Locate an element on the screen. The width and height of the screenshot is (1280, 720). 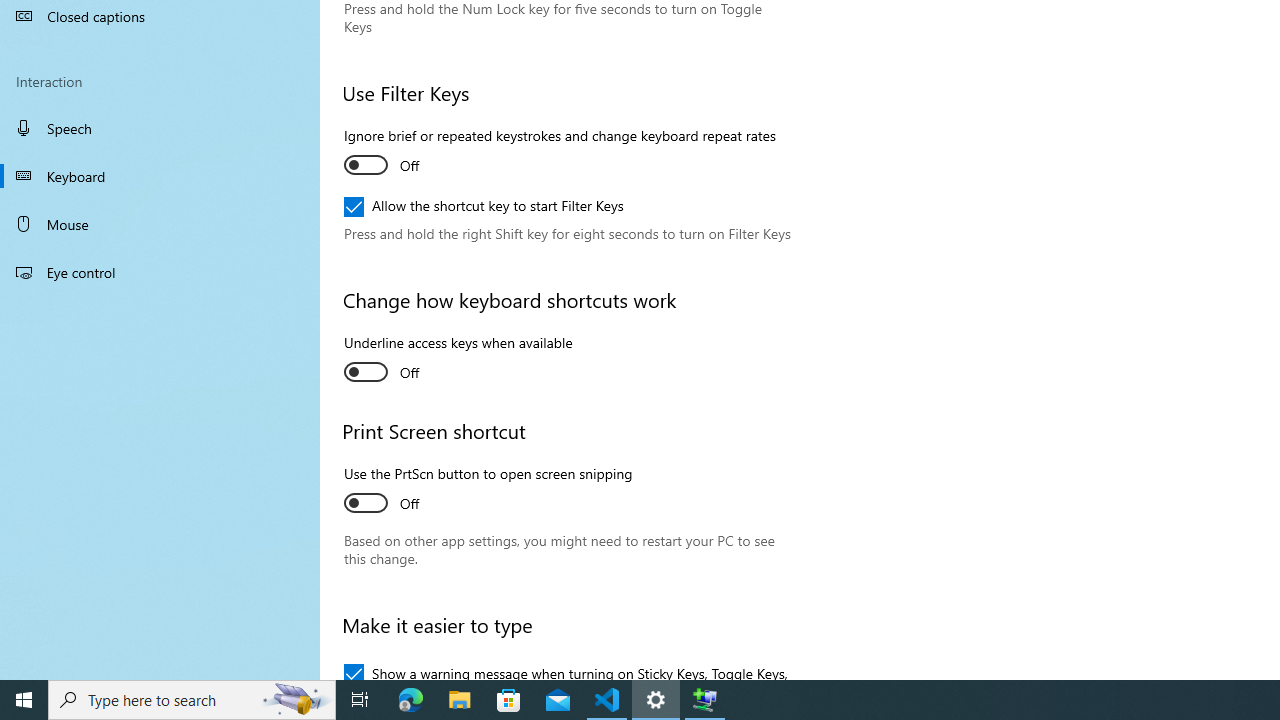
'Settings - 1 running window' is located at coordinates (656, 698).